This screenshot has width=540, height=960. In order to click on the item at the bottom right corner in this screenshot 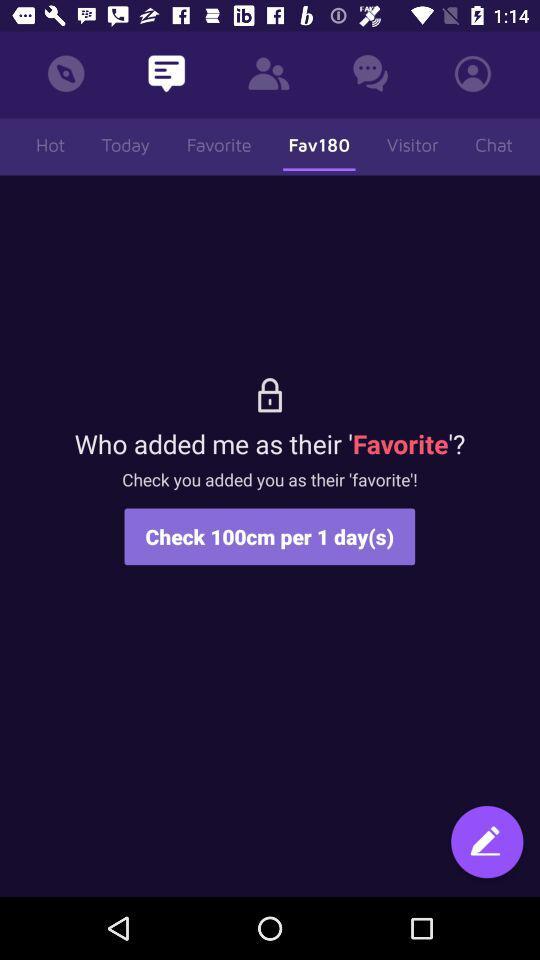, I will do `click(486, 843)`.